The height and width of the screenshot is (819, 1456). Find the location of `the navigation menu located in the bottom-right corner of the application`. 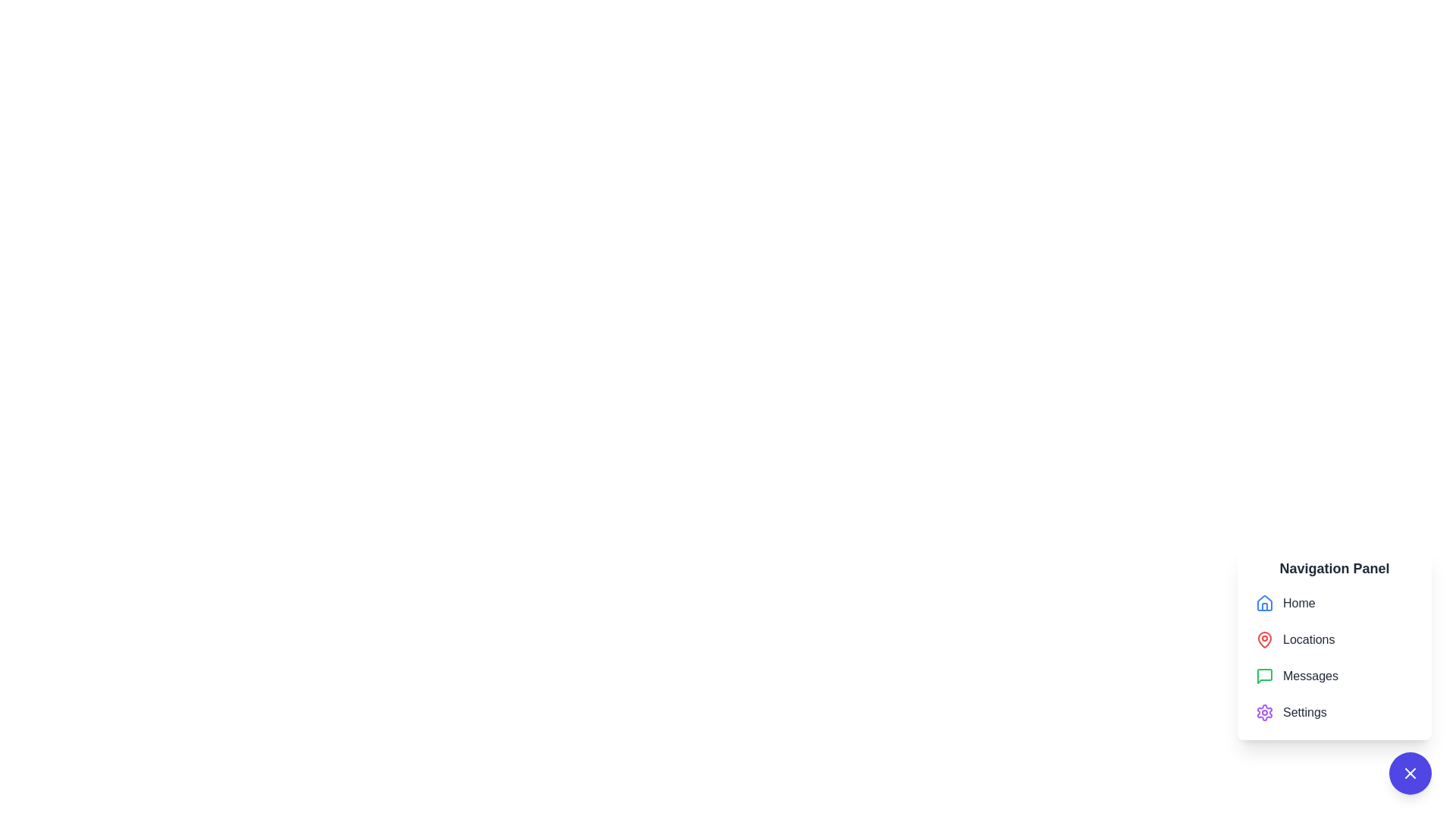

the navigation menu located in the bottom-right corner of the application is located at coordinates (1335, 657).